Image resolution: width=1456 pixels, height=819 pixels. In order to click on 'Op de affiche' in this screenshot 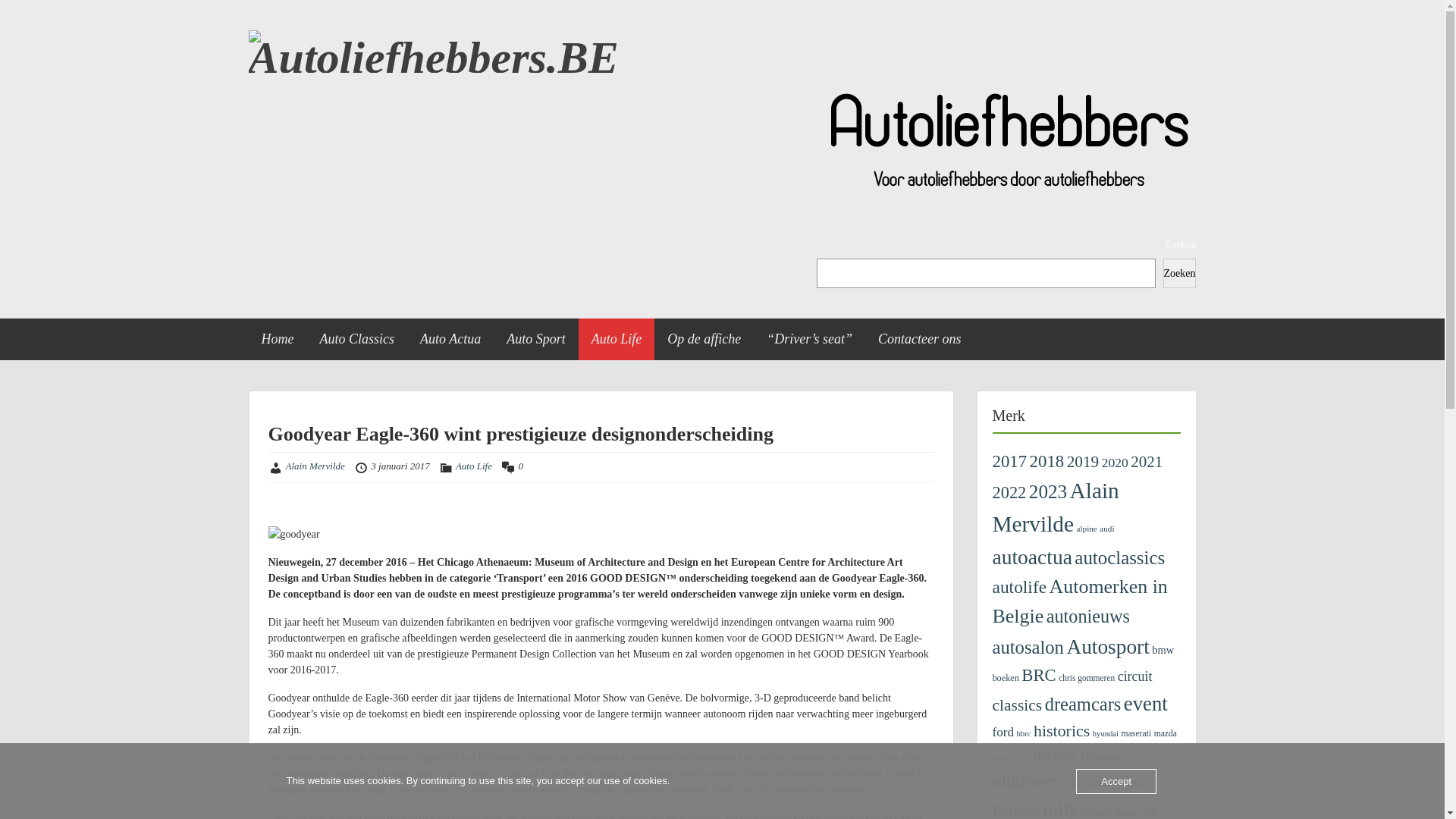, I will do `click(654, 338)`.